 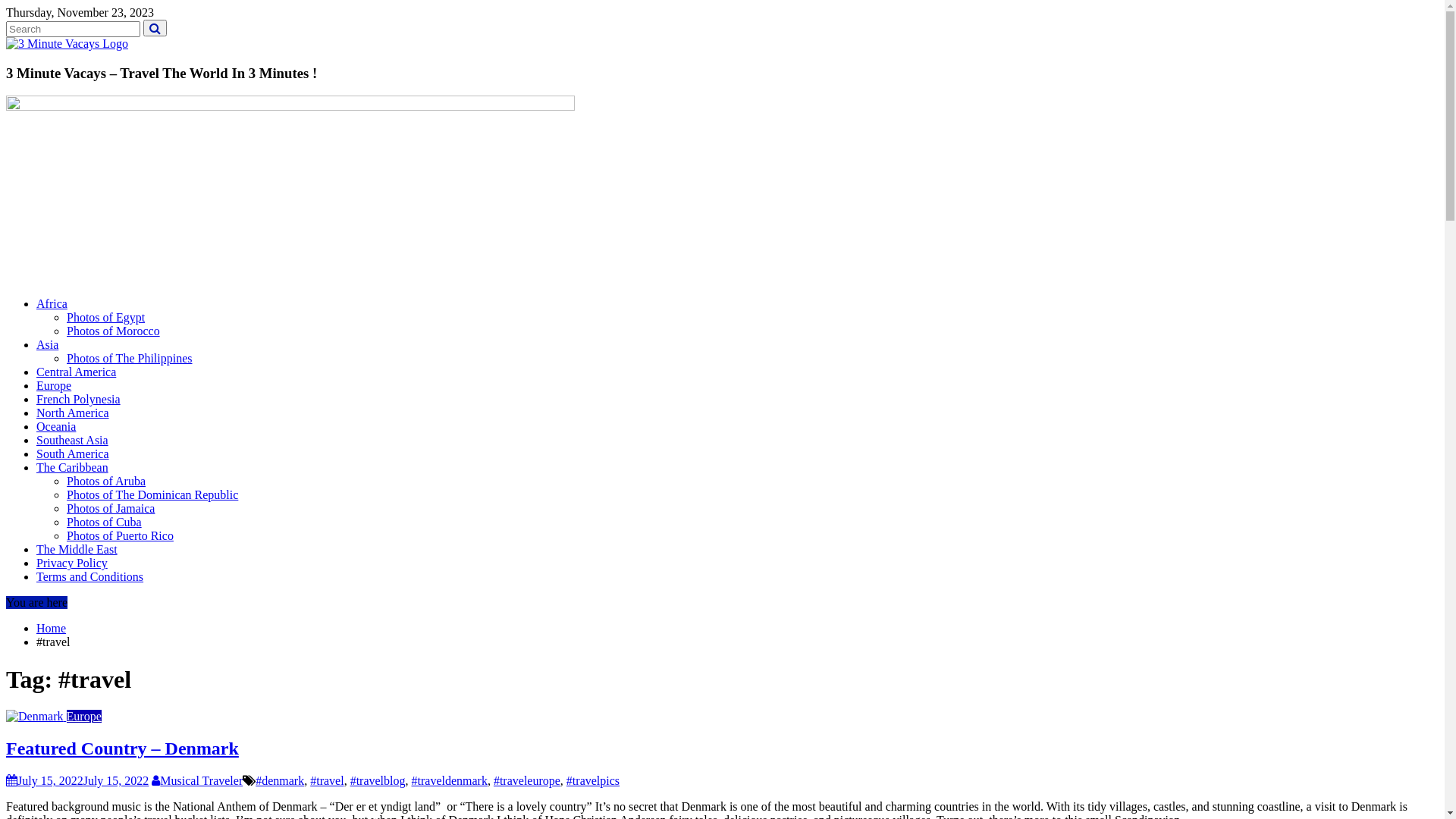 I want to click on 'Central America', so click(x=75, y=372).